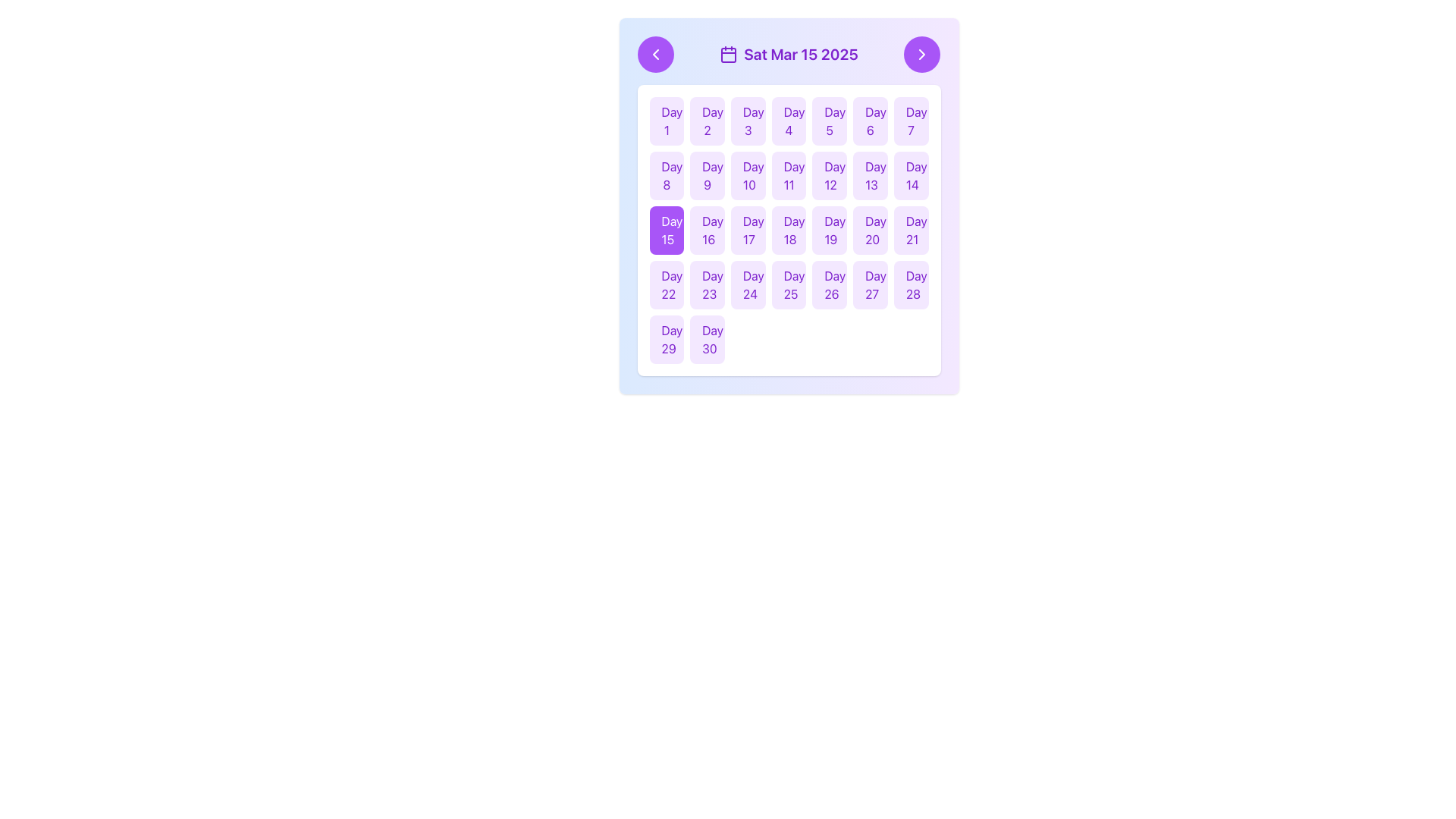  I want to click on the 'Day 12' button, which is a light purple rectangular button with rounded corners, displaying the text 'Day 12' in purple, located in the second row and fifth column of the grid layout, so click(829, 174).